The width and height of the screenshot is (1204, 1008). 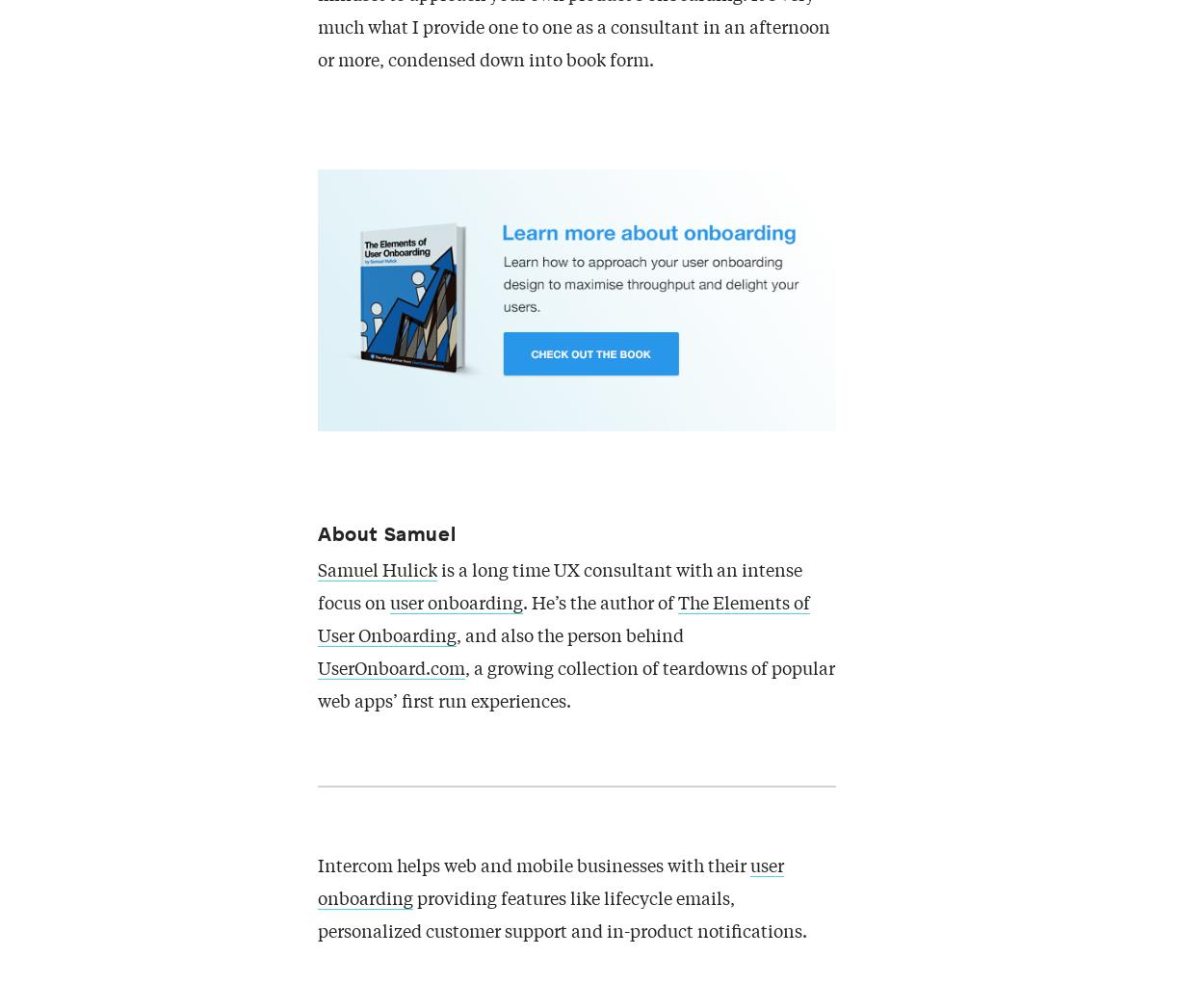 What do you see at coordinates (386, 532) in the screenshot?
I see `'About Samuel'` at bounding box center [386, 532].